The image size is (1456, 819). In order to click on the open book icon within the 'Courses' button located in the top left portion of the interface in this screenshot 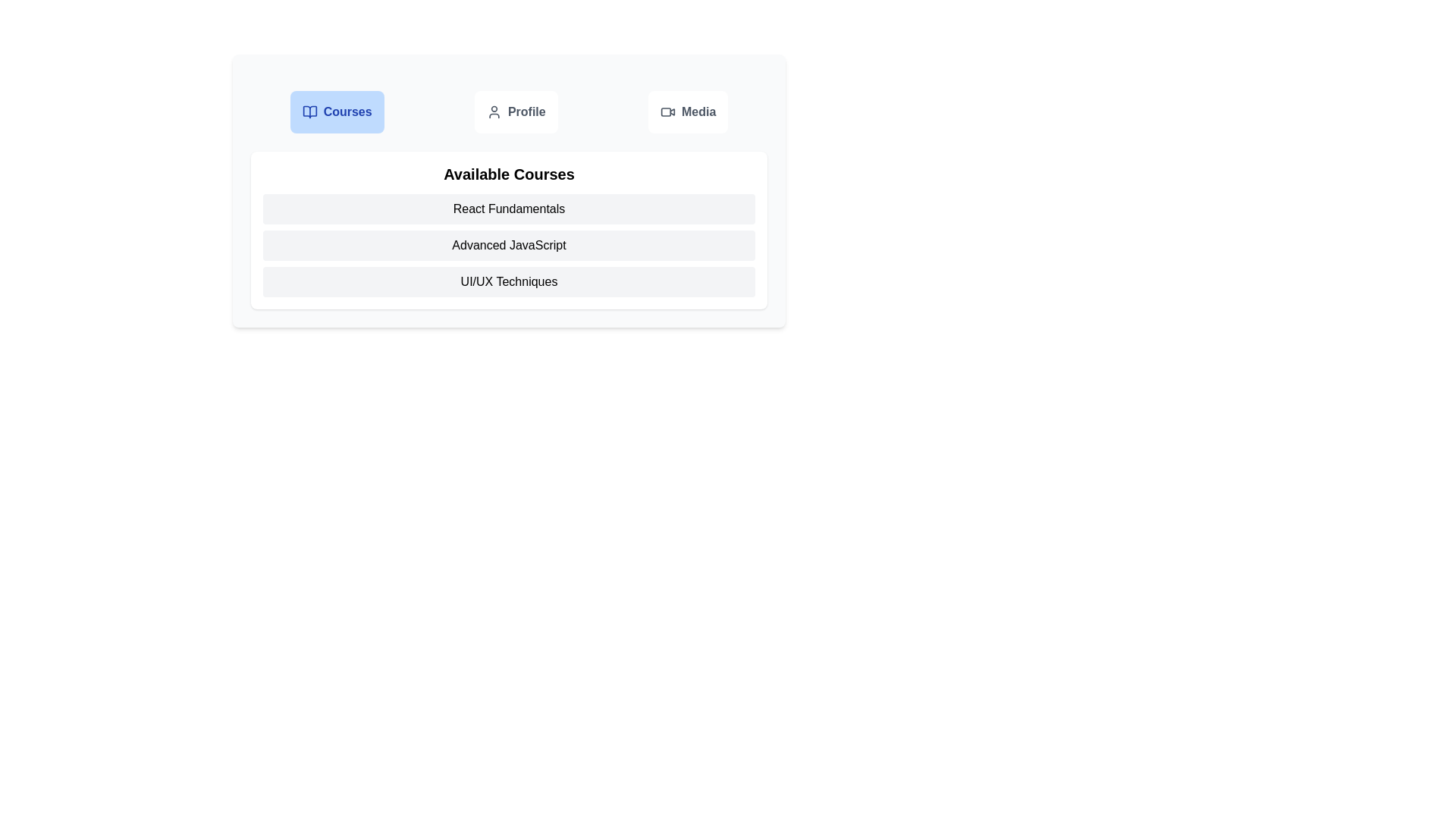, I will do `click(309, 111)`.